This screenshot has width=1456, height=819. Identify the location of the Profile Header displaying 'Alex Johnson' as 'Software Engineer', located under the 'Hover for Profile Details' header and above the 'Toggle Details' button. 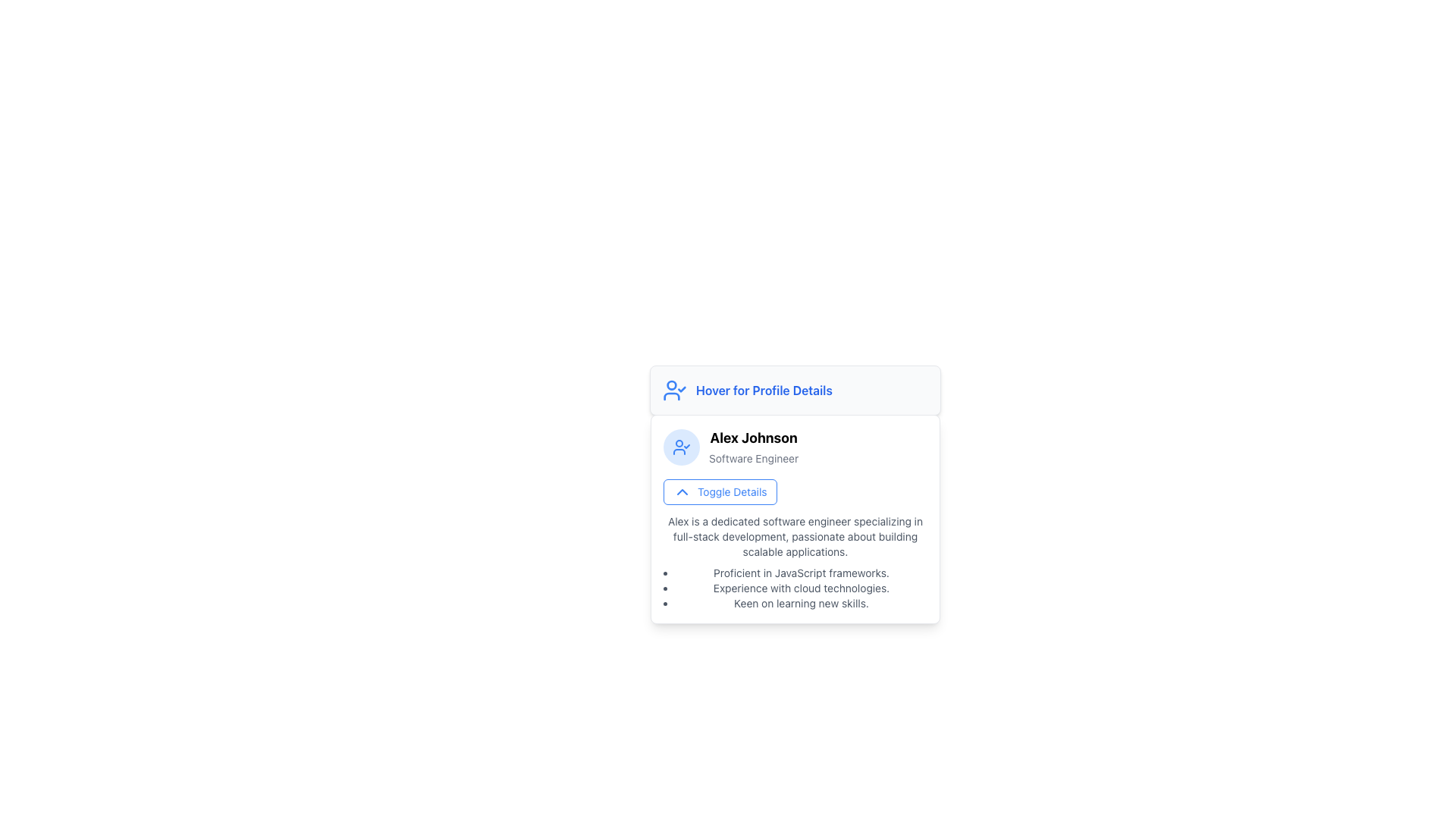
(795, 447).